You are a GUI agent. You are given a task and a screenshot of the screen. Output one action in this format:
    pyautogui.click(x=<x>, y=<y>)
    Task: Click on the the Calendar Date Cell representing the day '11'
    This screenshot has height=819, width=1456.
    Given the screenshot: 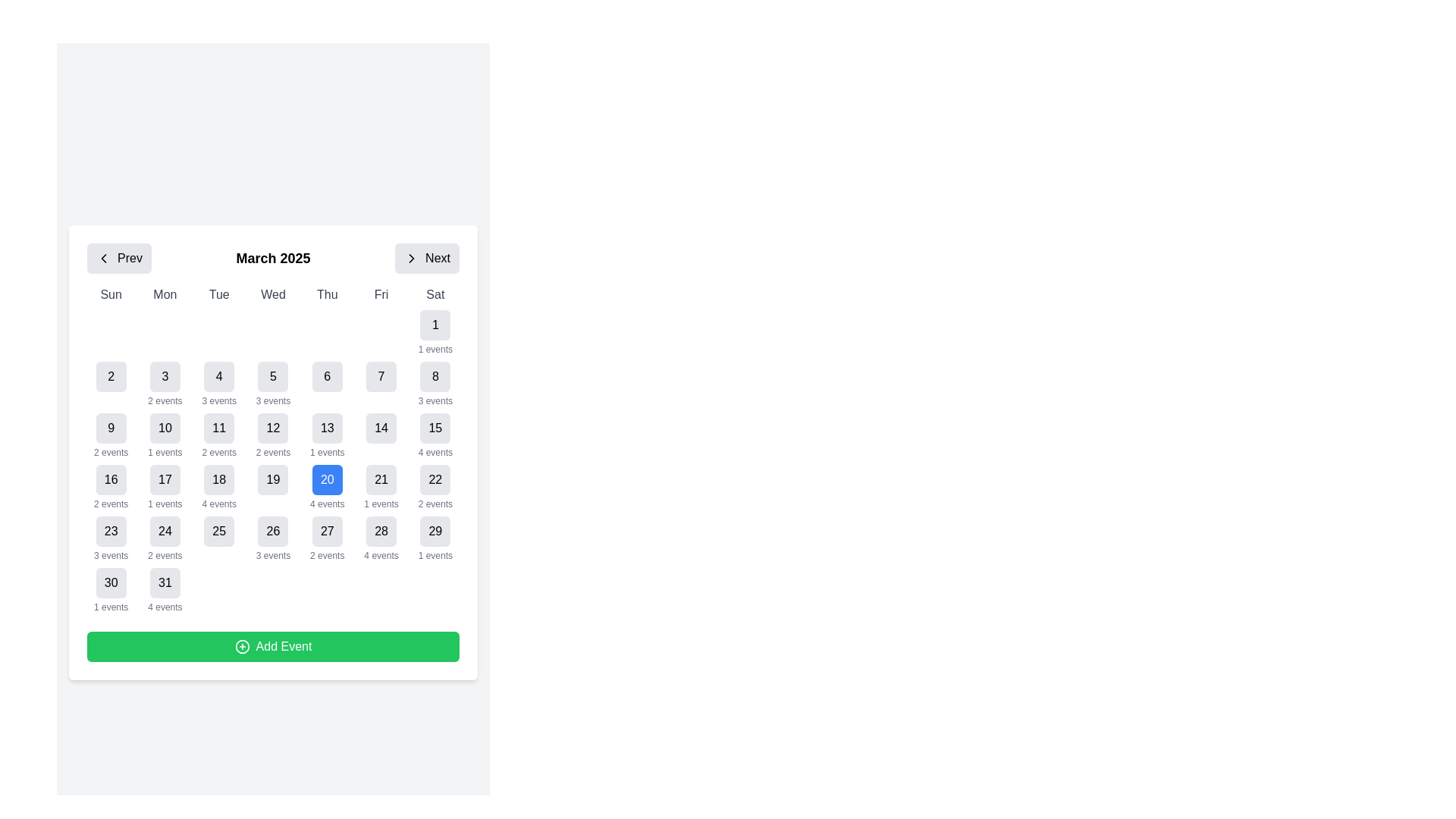 What is the action you would take?
    pyautogui.click(x=218, y=435)
    